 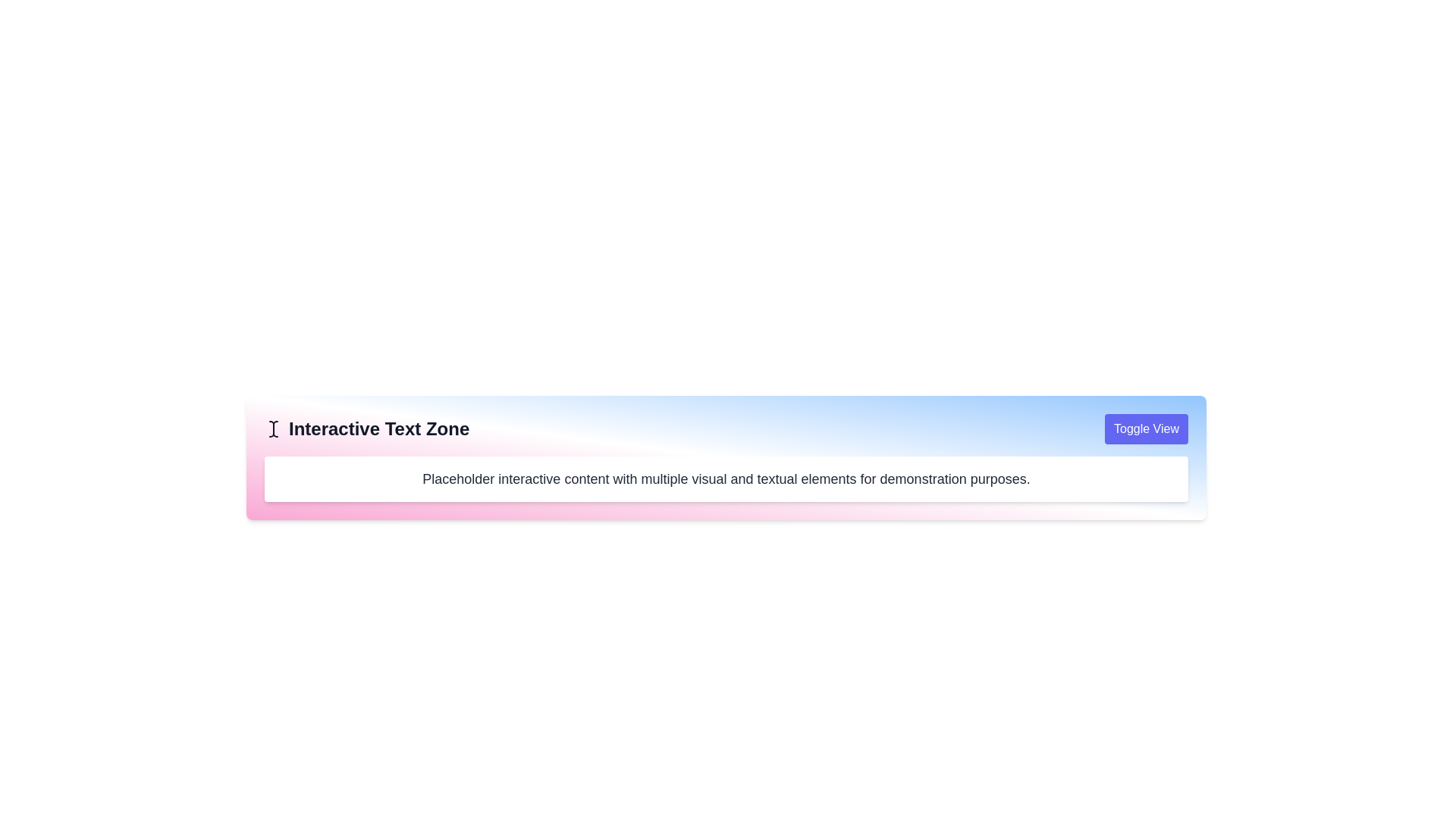 I want to click on the static informational label displaying 'Placeholder interactive content with multiple visual and textual elements for demonstration purposes.', so click(x=726, y=479).